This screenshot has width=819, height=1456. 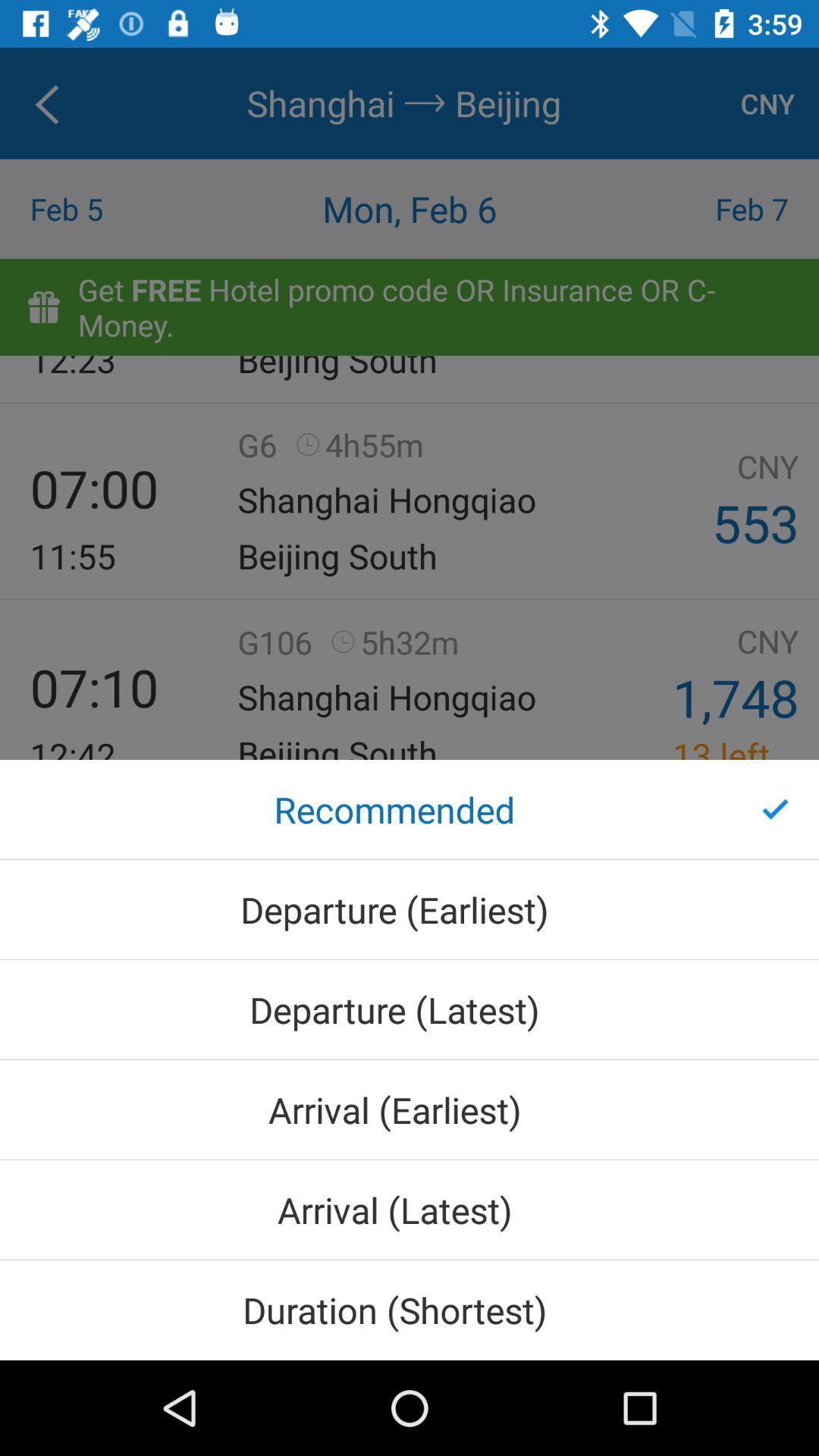 What do you see at coordinates (409, 1209) in the screenshot?
I see `arrival (latest) icon` at bounding box center [409, 1209].